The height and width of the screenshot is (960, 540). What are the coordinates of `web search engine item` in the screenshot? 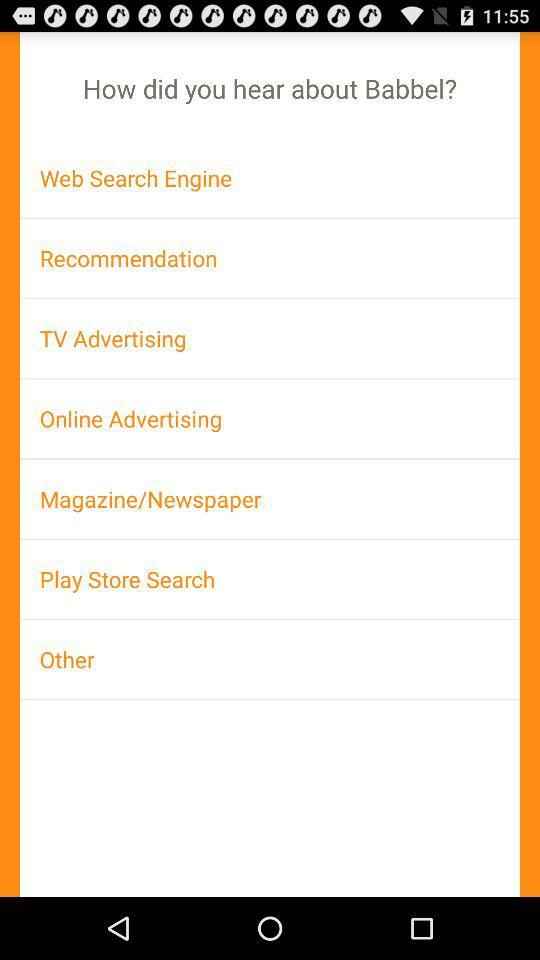 It's located at (270, 177).